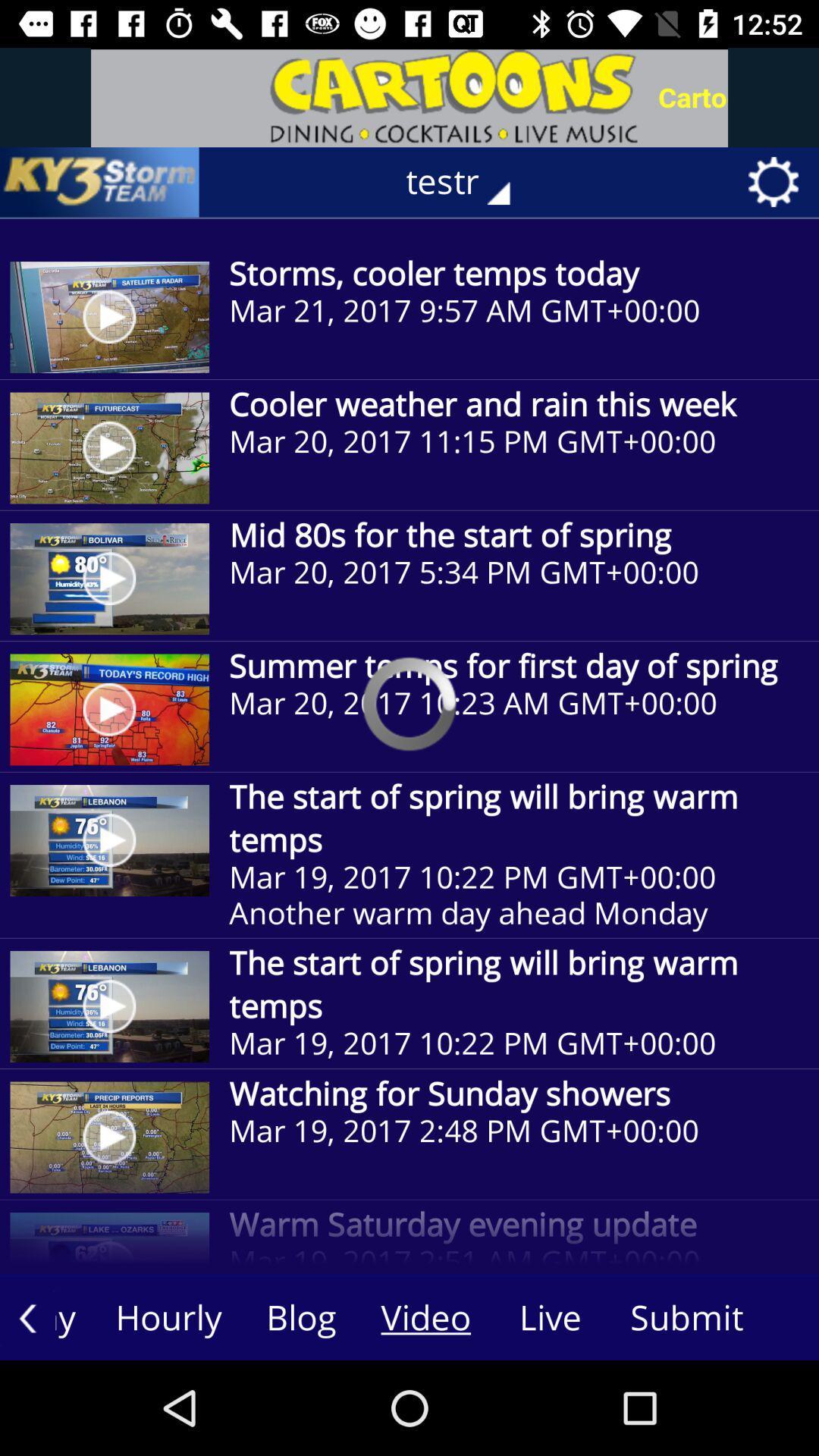 This screenshot has height=1456, width=819. I want to click on the settings button on the web page, so click(778, 182).